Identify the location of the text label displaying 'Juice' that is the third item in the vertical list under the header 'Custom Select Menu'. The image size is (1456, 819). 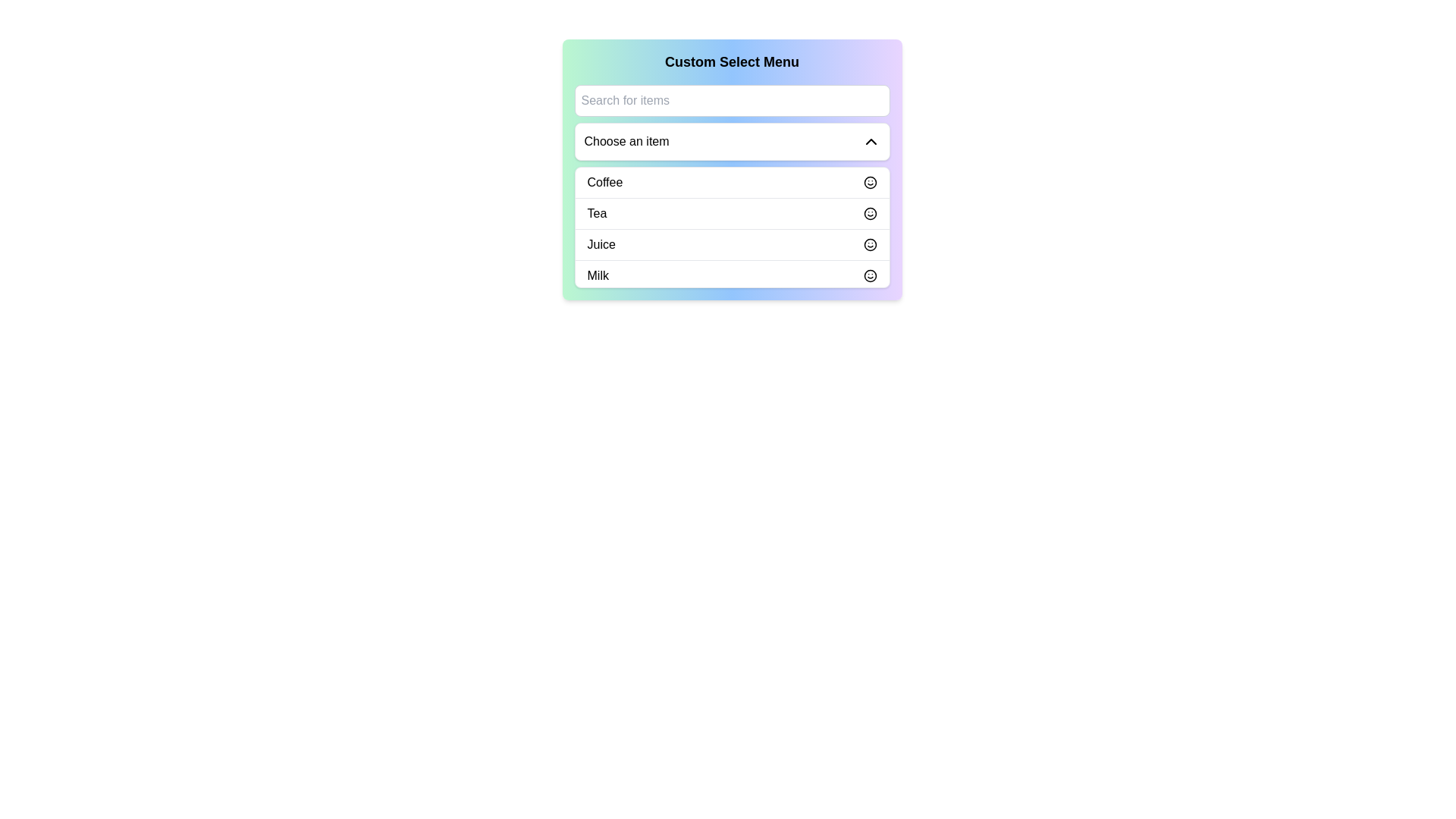
(601, 244).